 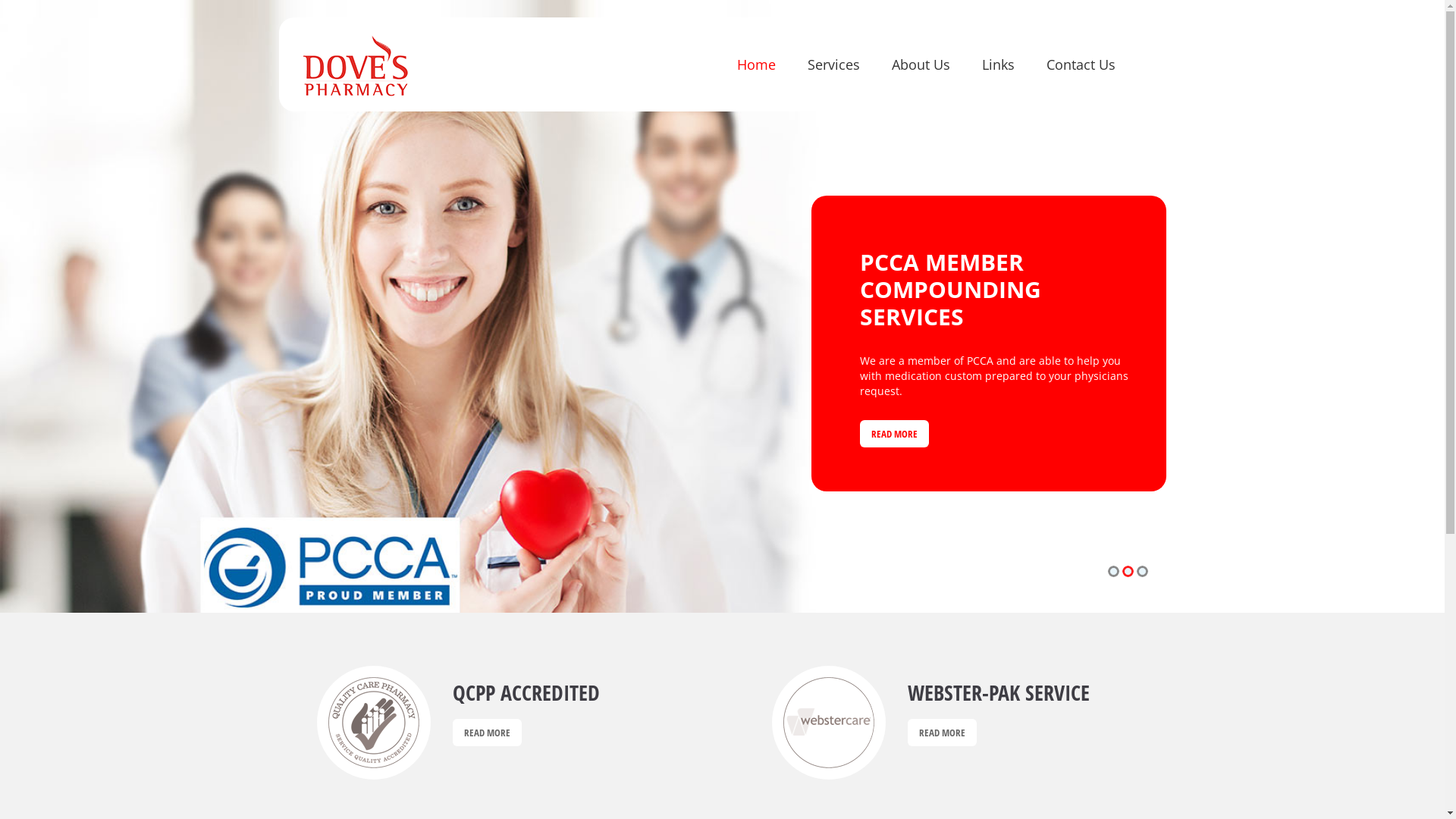 I want to click on 'READ MORE', so click(x=859, y=421).